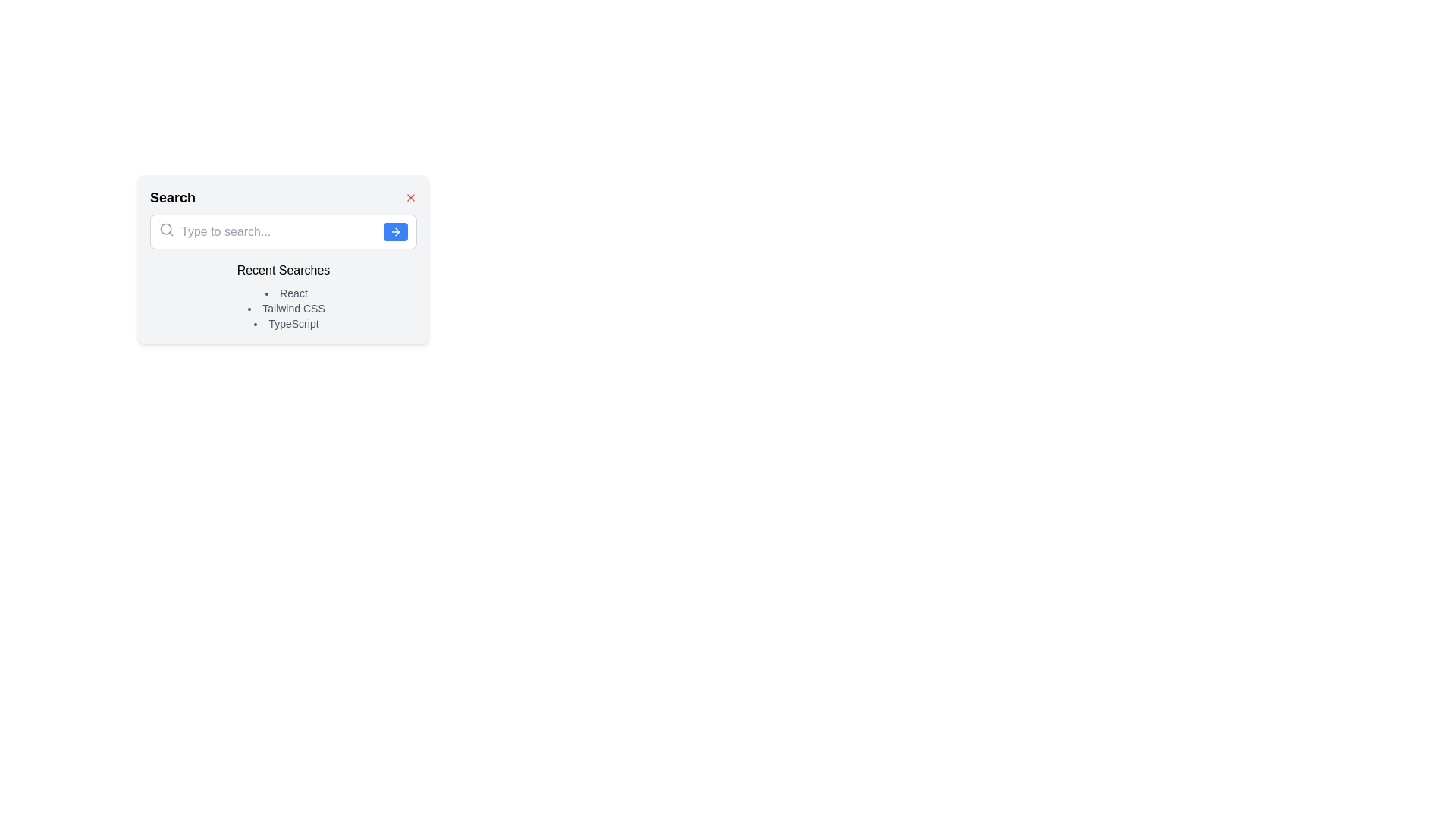  Describe the element at coordinates (166, 229) in the screenshot. I see `the Iconographic Circle, which visually represents a magnifying glass used as a search icon, positioned towards its center` at that location.